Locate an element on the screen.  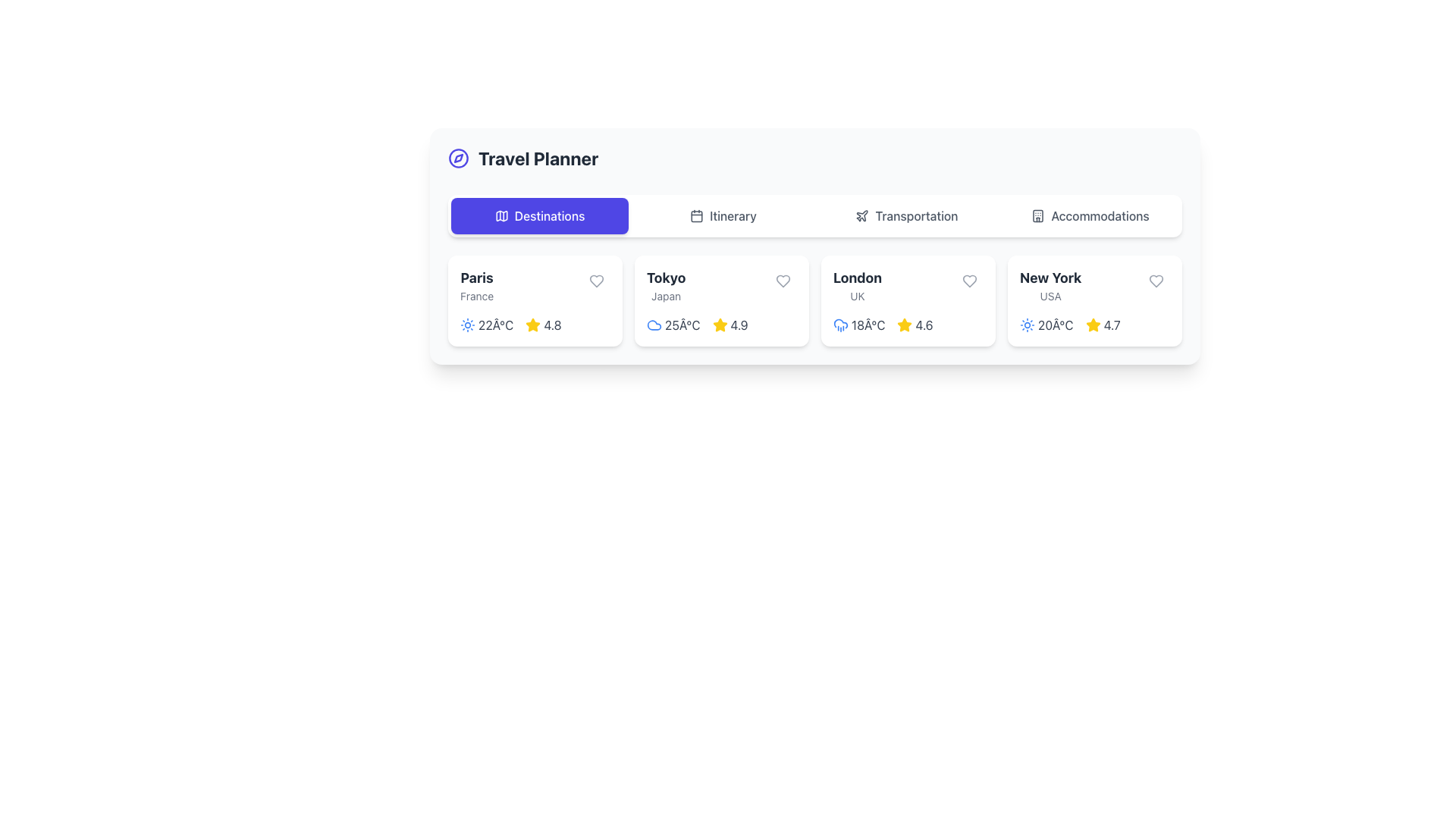
the accommodations navigation button located in the top-right of the user interface, which is the fourth button among four in the horizontal navigation bar is located at coordinates (1090, 216).